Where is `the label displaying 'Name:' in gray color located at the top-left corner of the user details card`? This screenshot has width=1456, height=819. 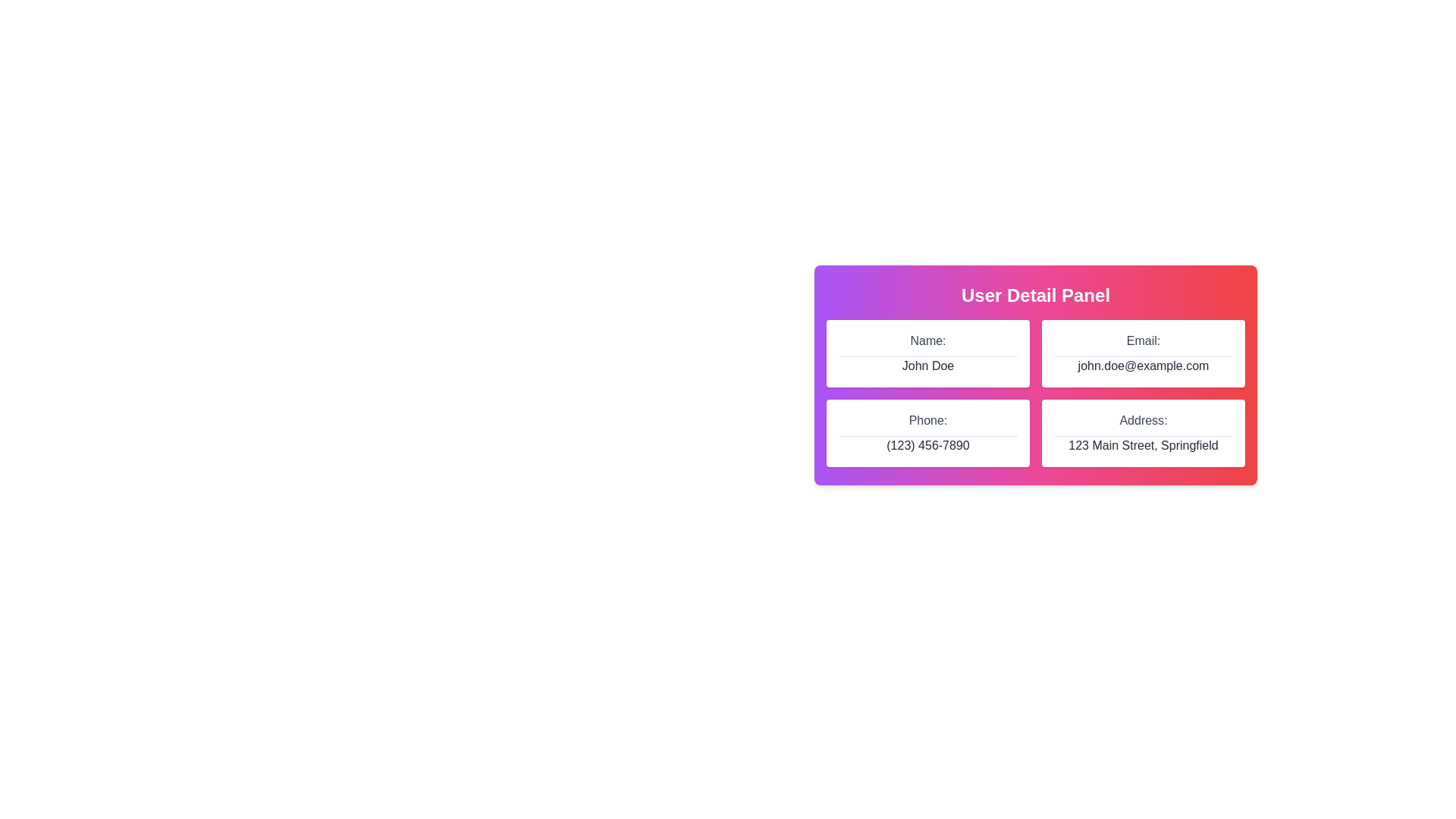
the label displaying 'Name:' in gray color located at the top-left corner of the user details card is located at coordinates (927, 341).